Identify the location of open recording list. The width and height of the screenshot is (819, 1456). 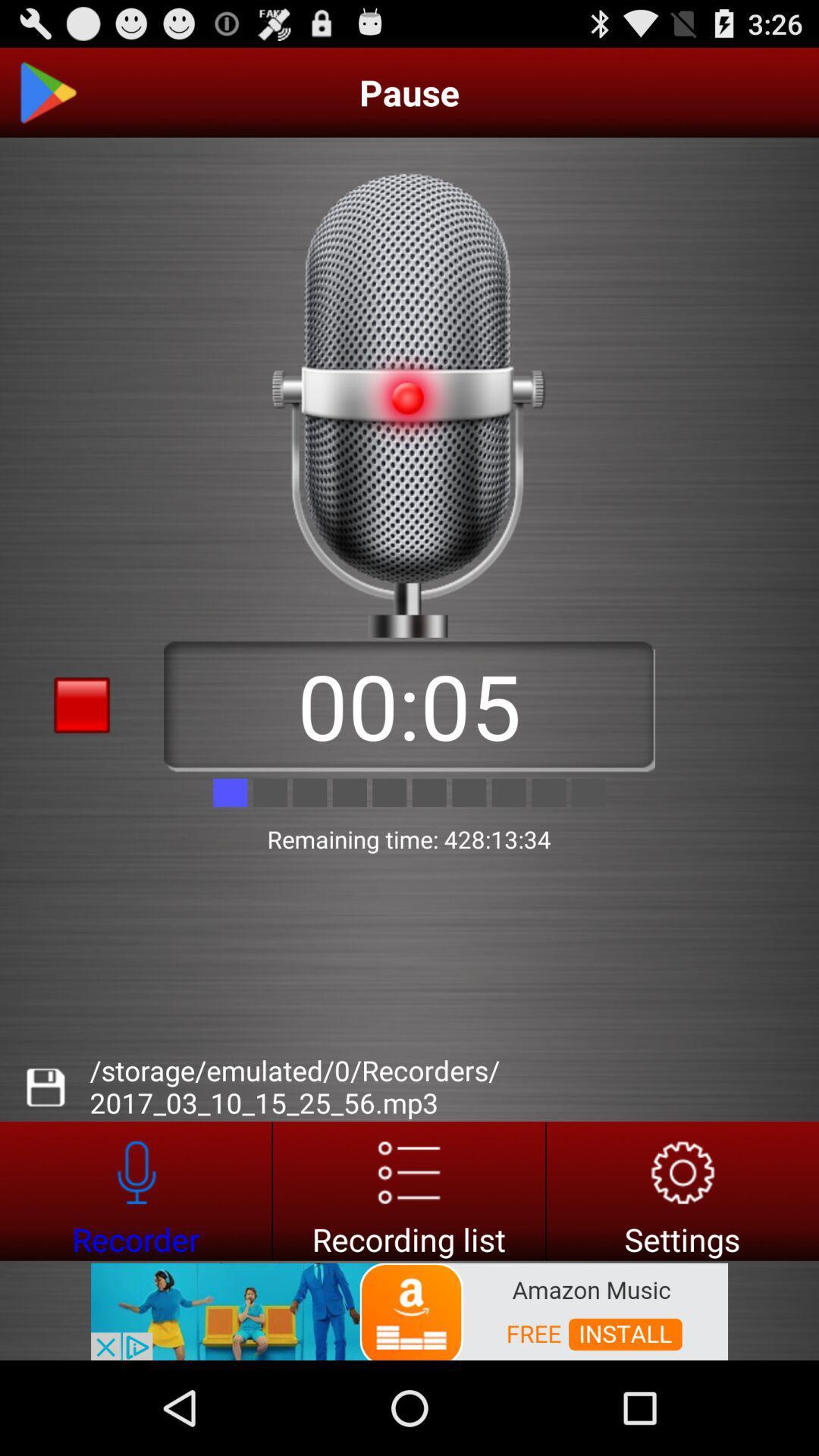
(408, 1190).